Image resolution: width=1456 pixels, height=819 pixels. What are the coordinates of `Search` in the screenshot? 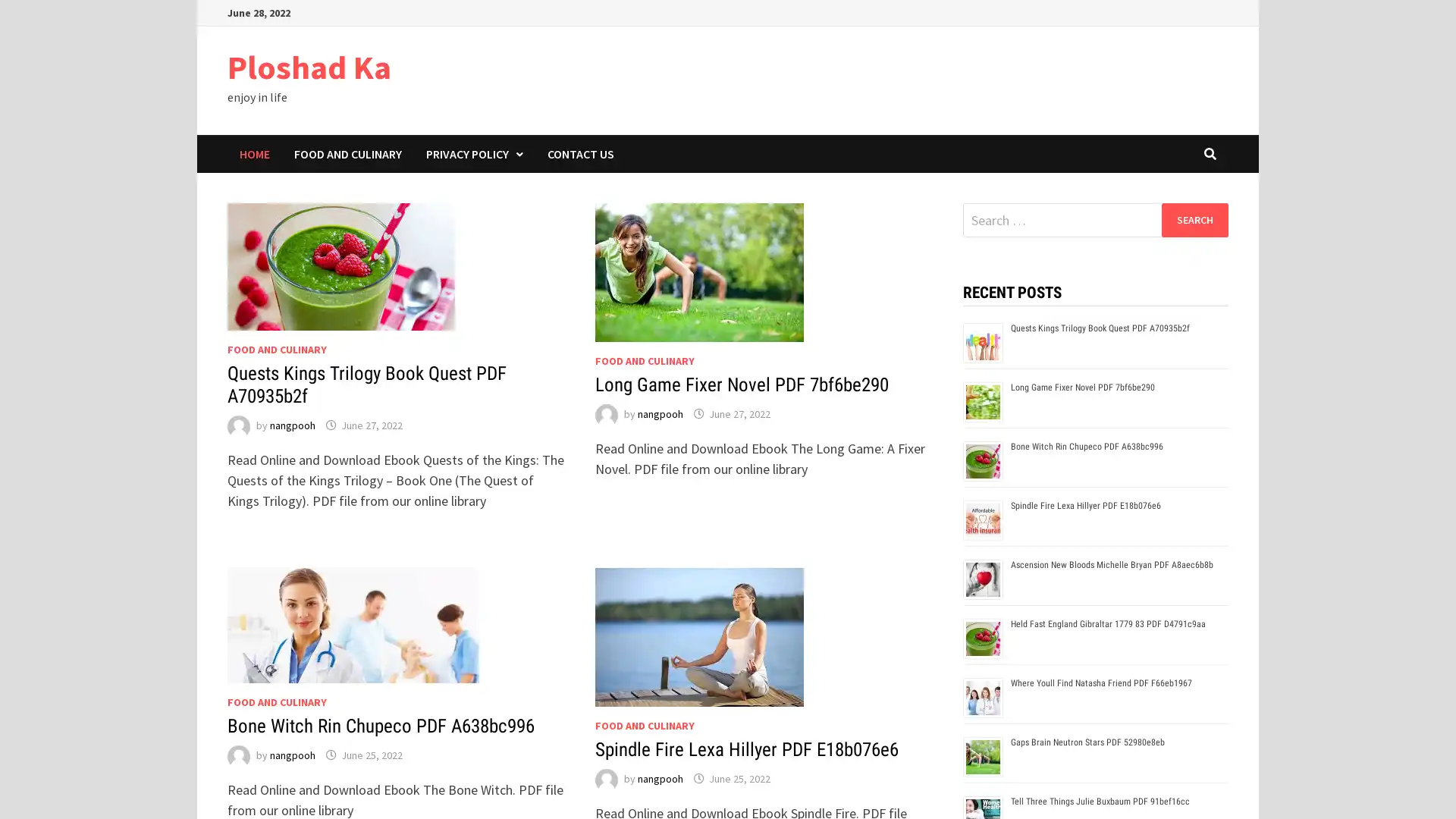 It's located at (1194, 219).